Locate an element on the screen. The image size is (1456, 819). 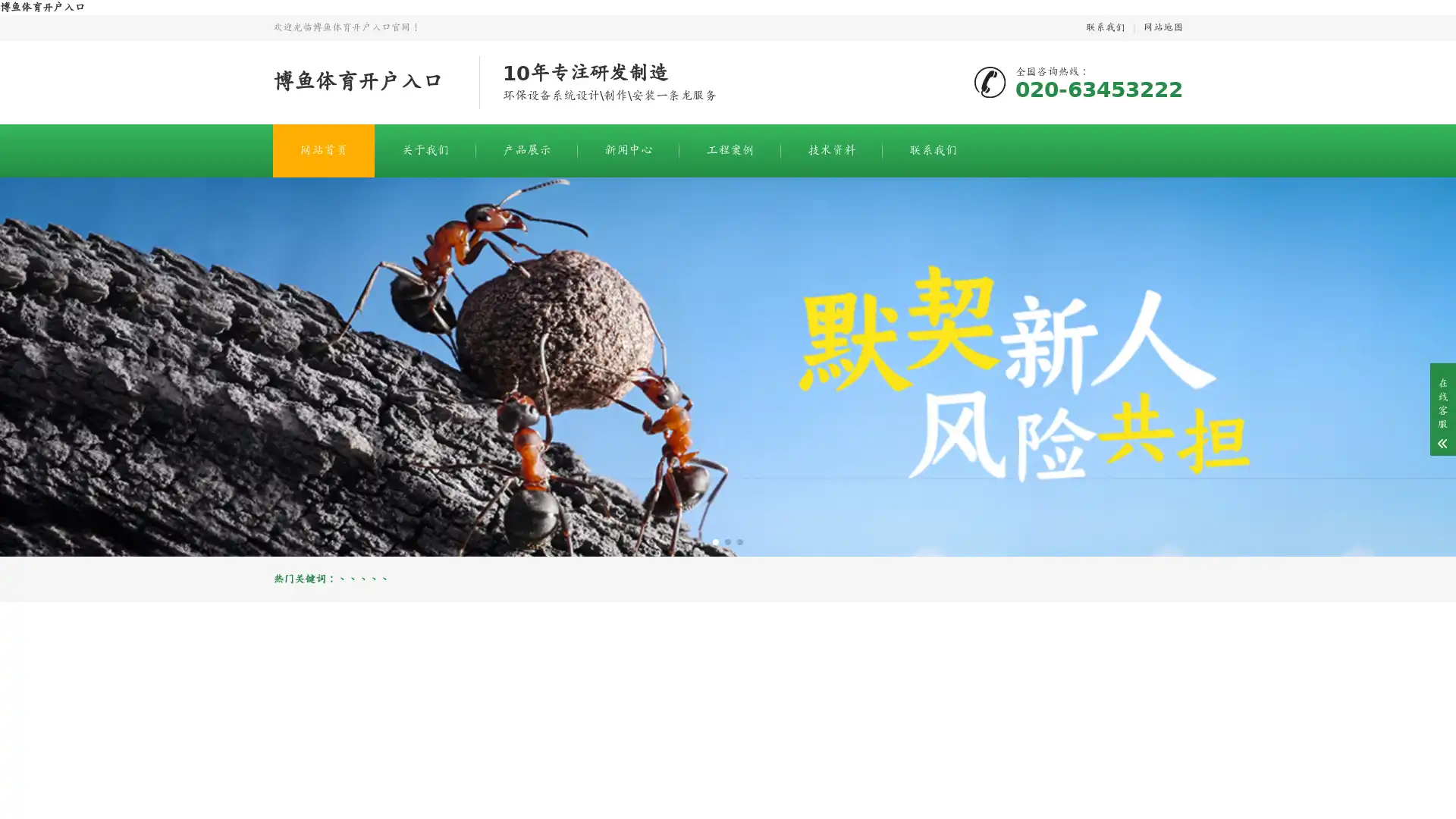
Go to slide 3 is located at coordinates (739, 541).